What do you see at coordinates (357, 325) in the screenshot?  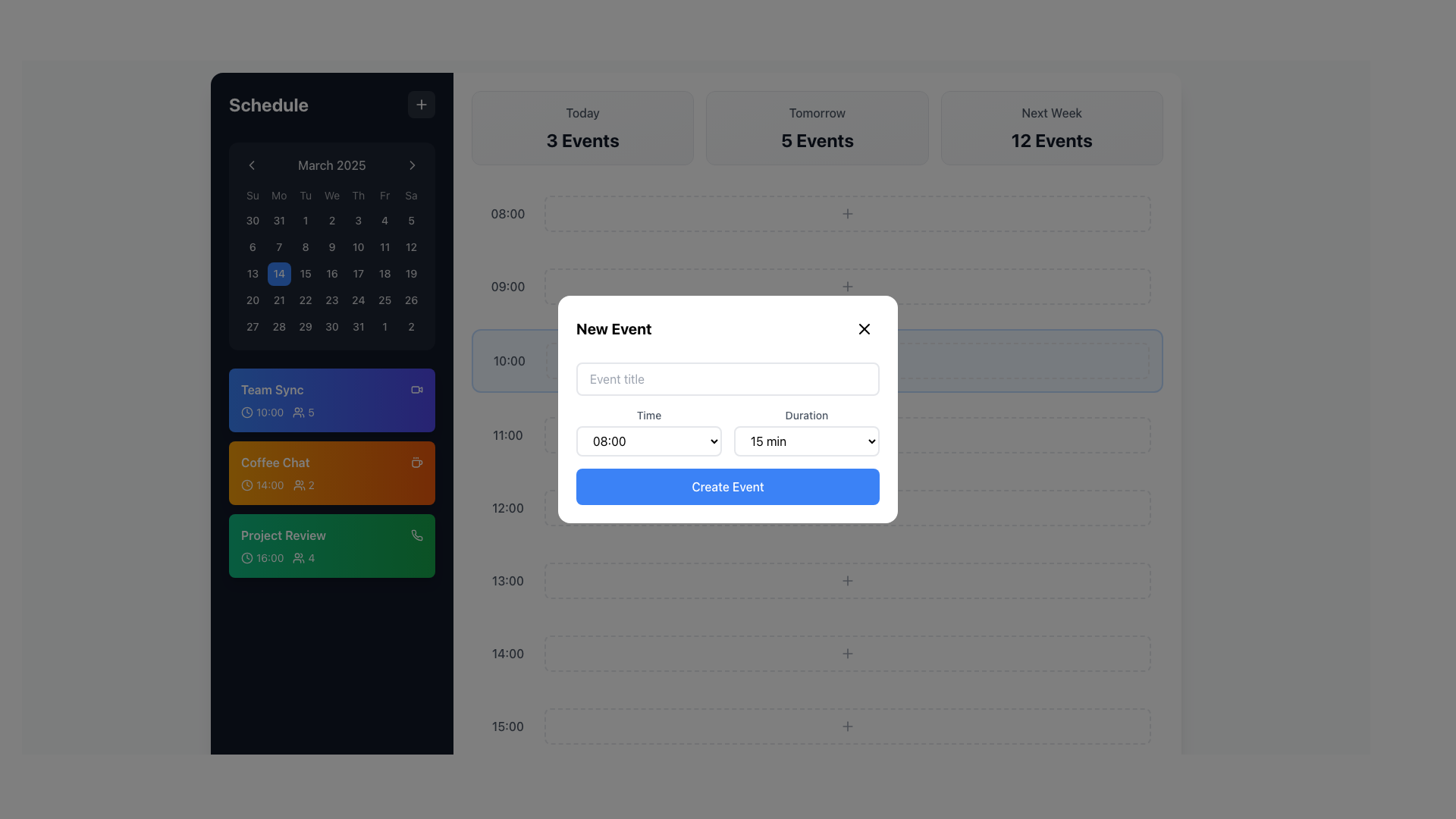 I see `the square button with rounded borders labeled '31' located in the bottom-right corner of the calendar grid to observe its interactive hover effect` at bounding box center [357, 325].